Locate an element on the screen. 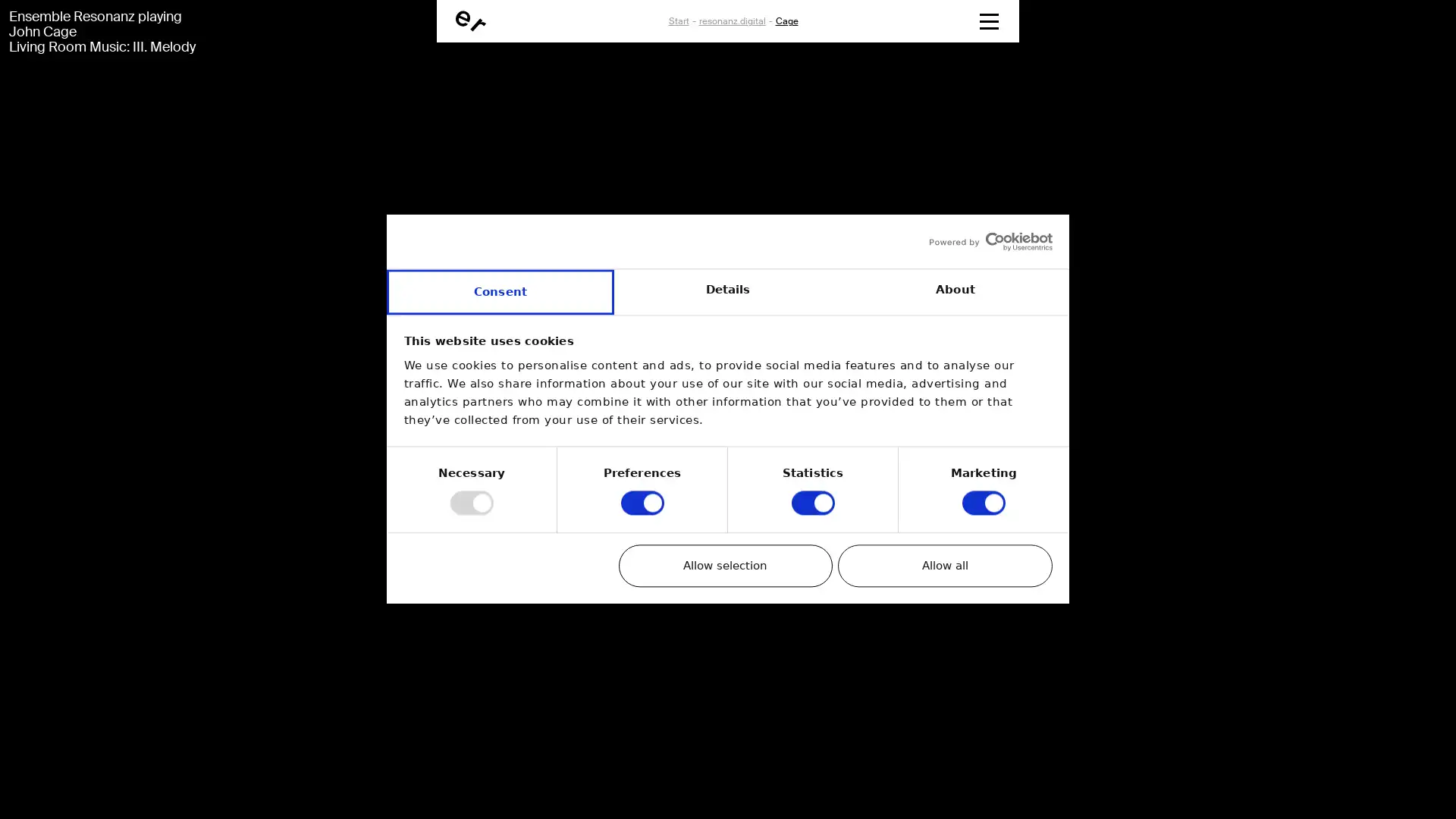  04 is located at coordinates (447, 801).